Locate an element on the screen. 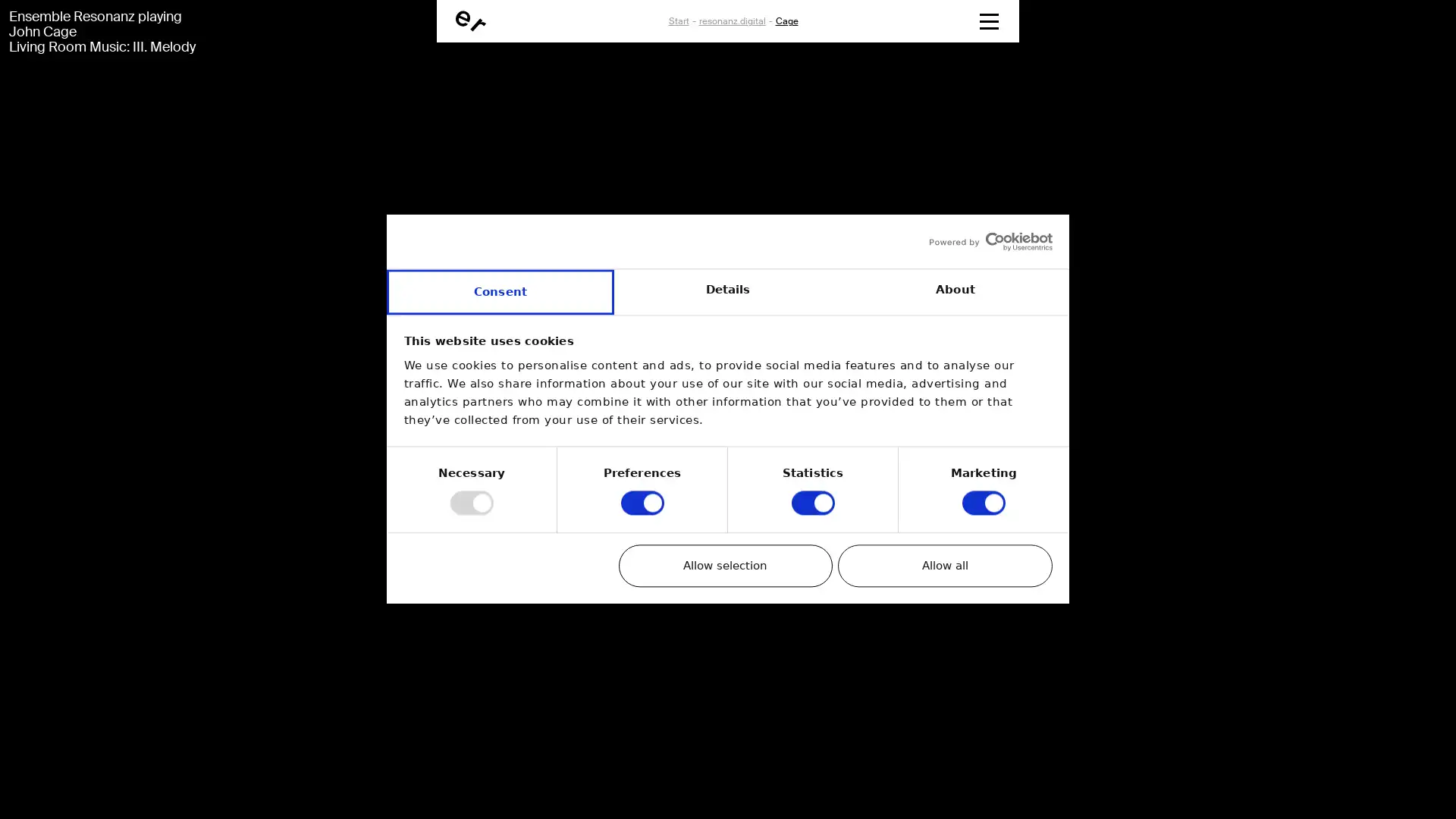  04 is located at coordinates (447, 801).